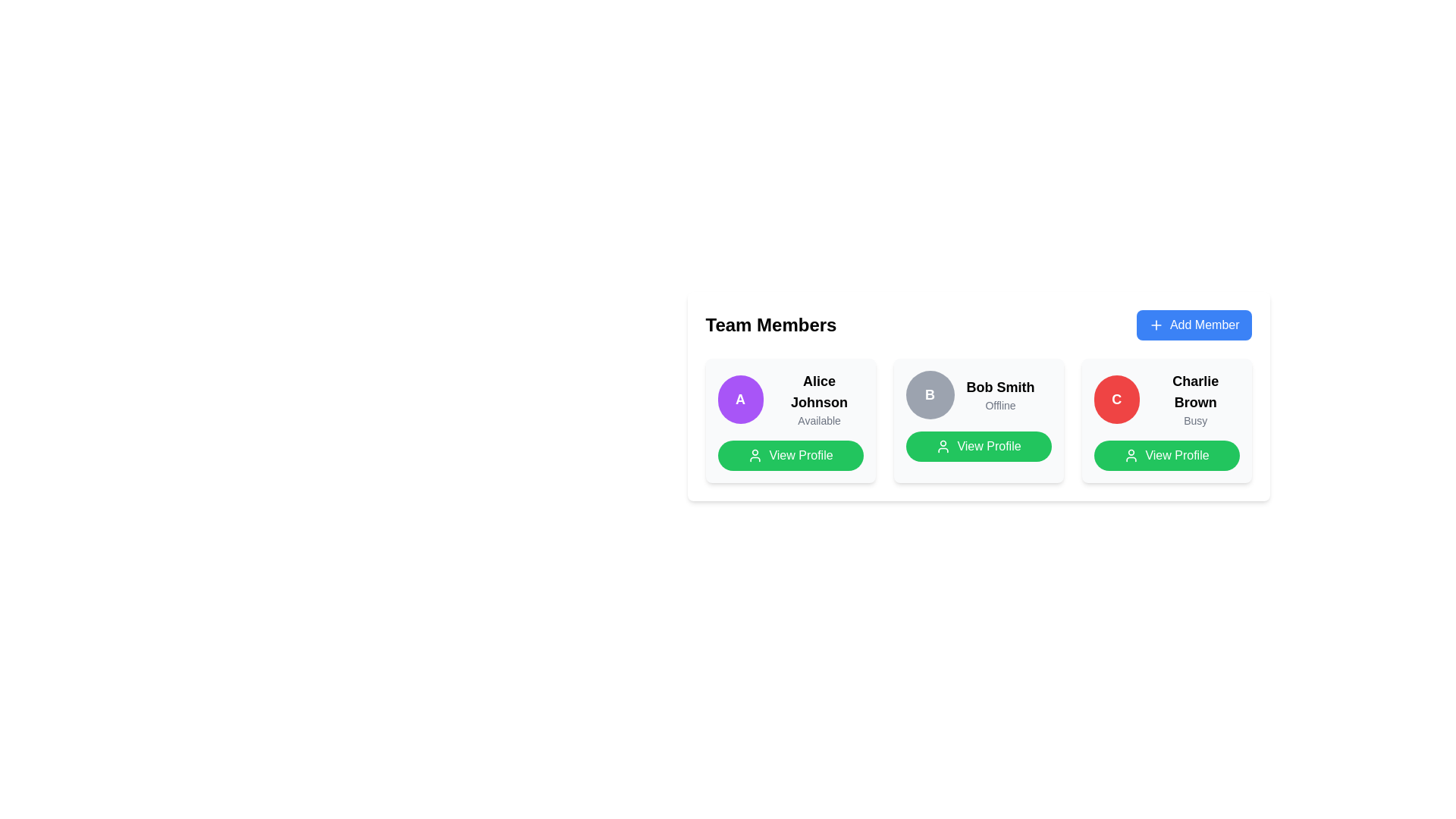 This screenshot has width=1456, height=819. What do you see at coordinates (1166, 455) in the screenshot?
I see `the 'View Profile' button with a green background and white text, located at the bottom of the card for 'Charlie Brown'` at bounding box center [1166, 455].